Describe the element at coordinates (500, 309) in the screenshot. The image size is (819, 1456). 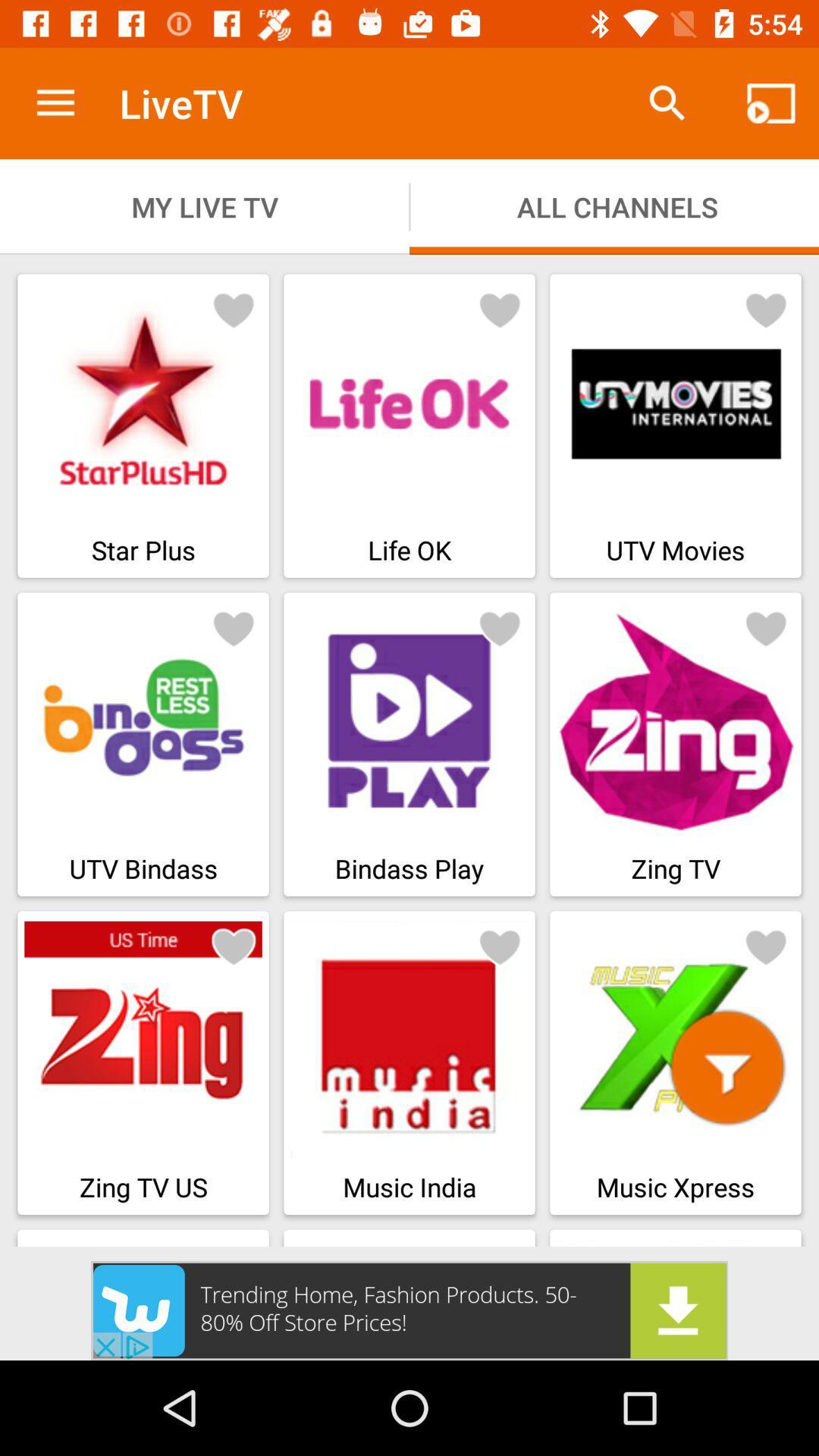
I see `to favourite` at that location.